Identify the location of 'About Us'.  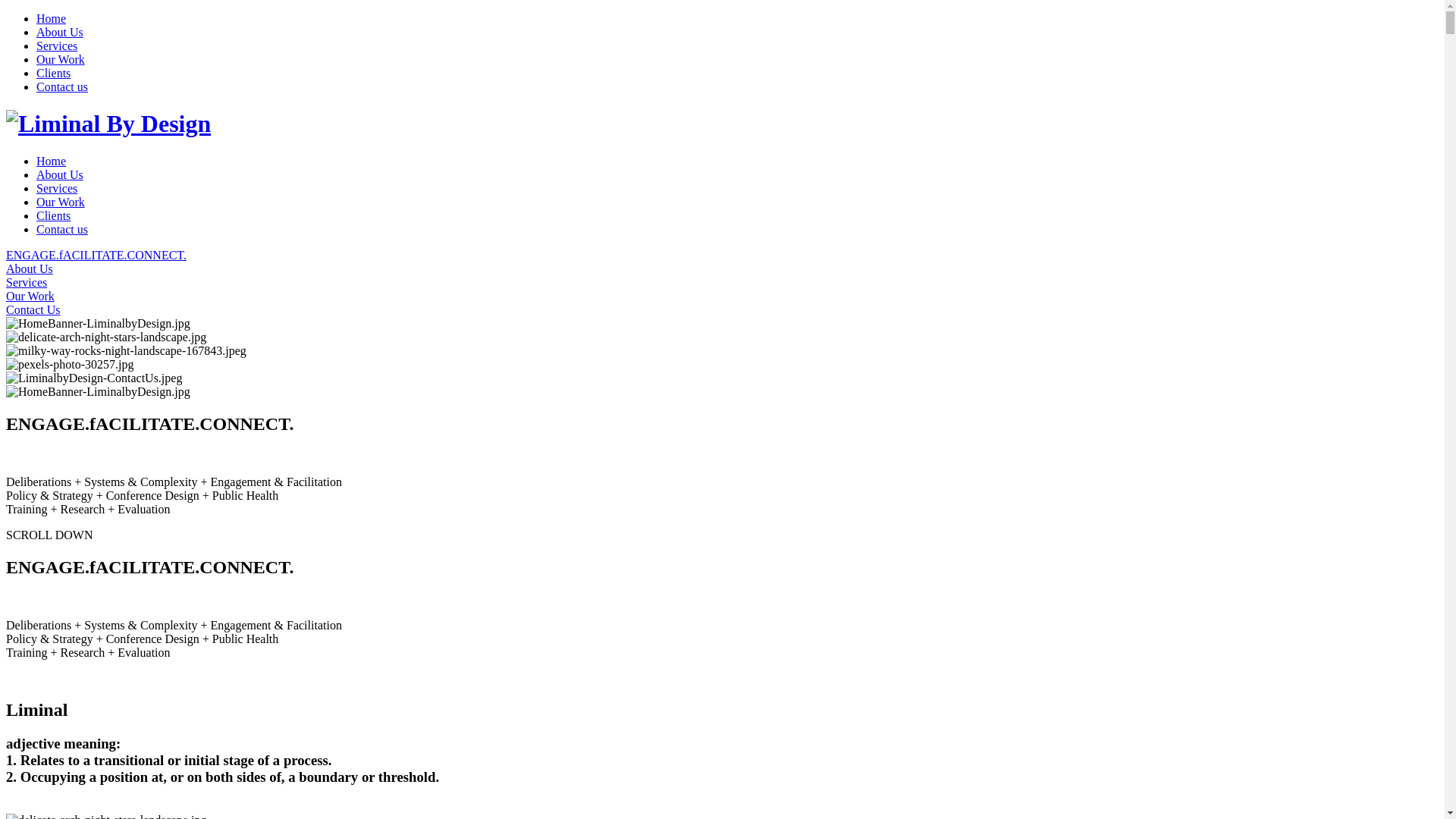
(721, 268).